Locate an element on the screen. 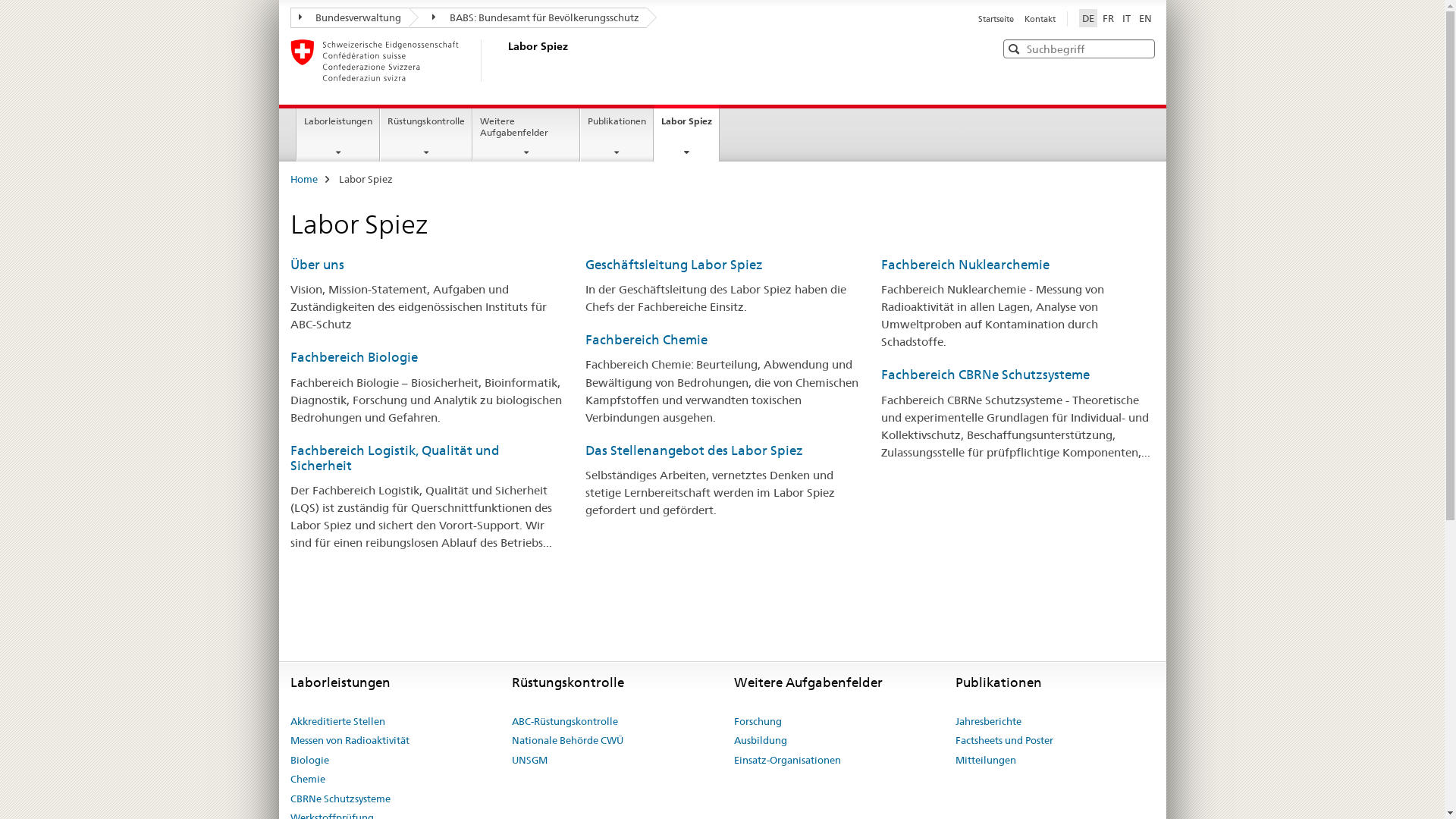  'Labor Spiez is located at coordinates (686, 132).